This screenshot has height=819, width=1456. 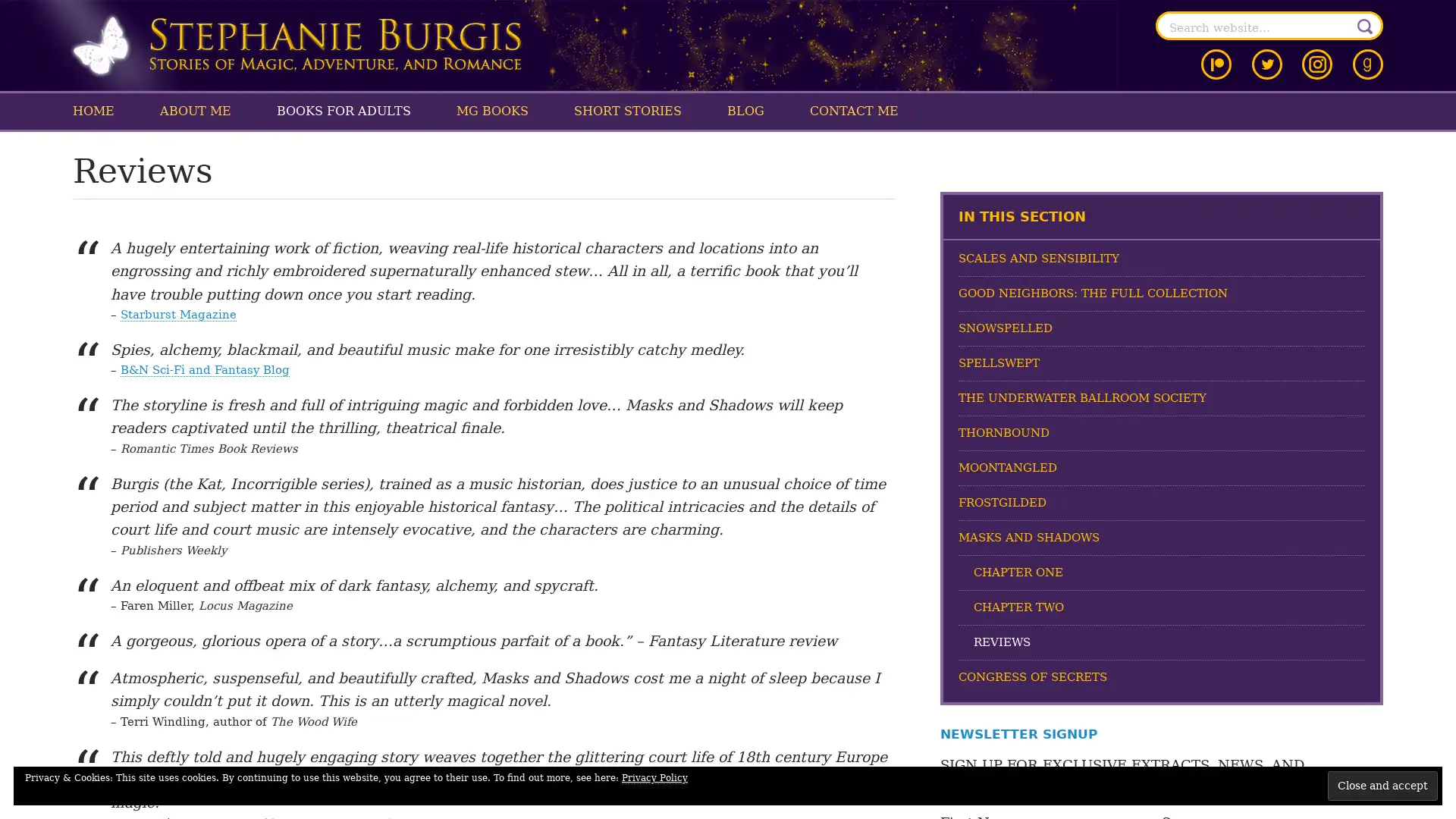 What do you see at coordinates (1365, 26) in the screenshot?
I see `Search` at bounding box center [1365, 26].